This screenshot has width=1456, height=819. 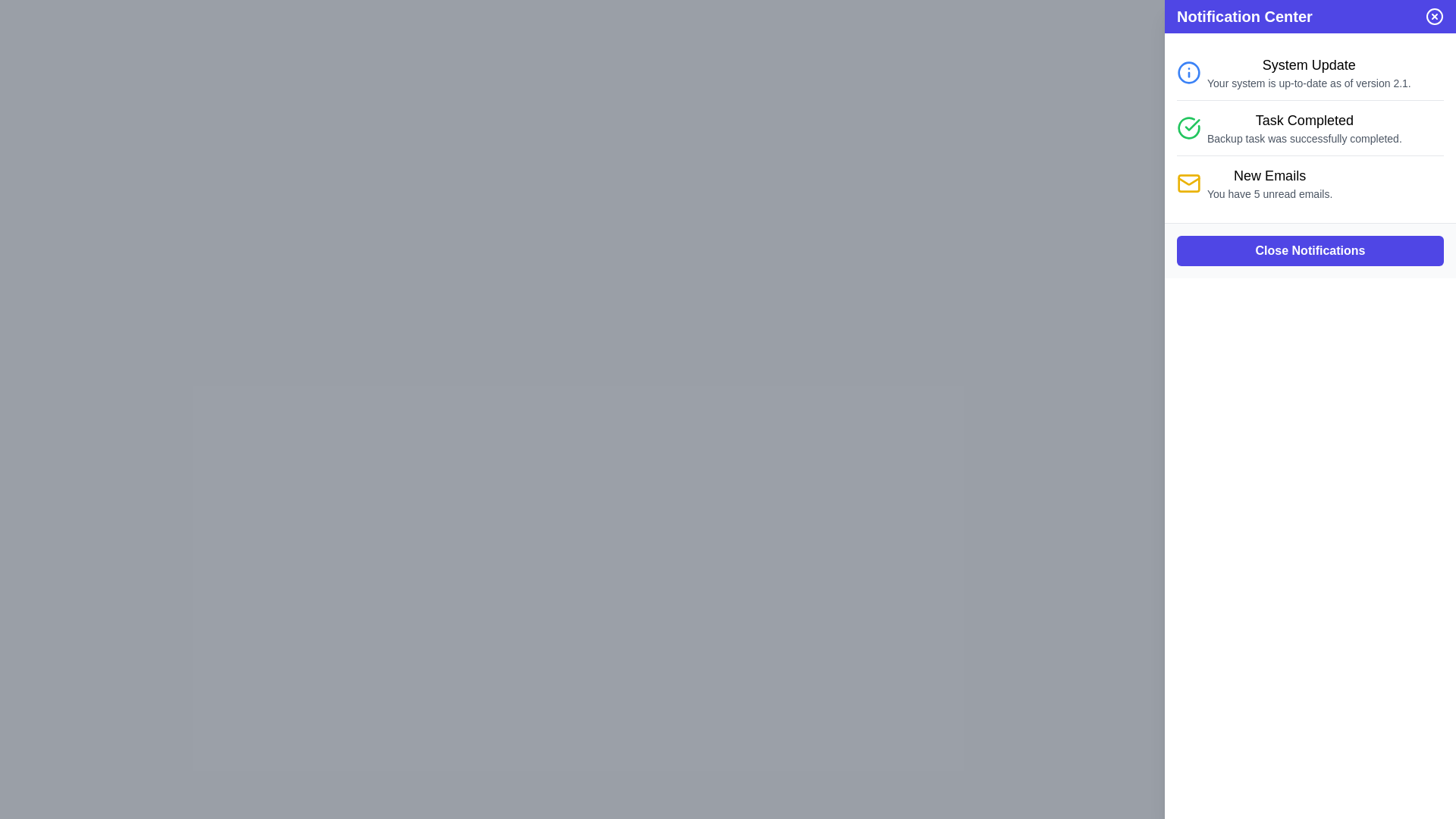 What do you see at coordinates (1269, 183) in the screenshot?
I see `the 'New Emails' text display element, which shows the title 'New Emails' and the subtitle 'You have 5 unread emails.' positioned within the notification center panel` at bounding box center [1269, 183].